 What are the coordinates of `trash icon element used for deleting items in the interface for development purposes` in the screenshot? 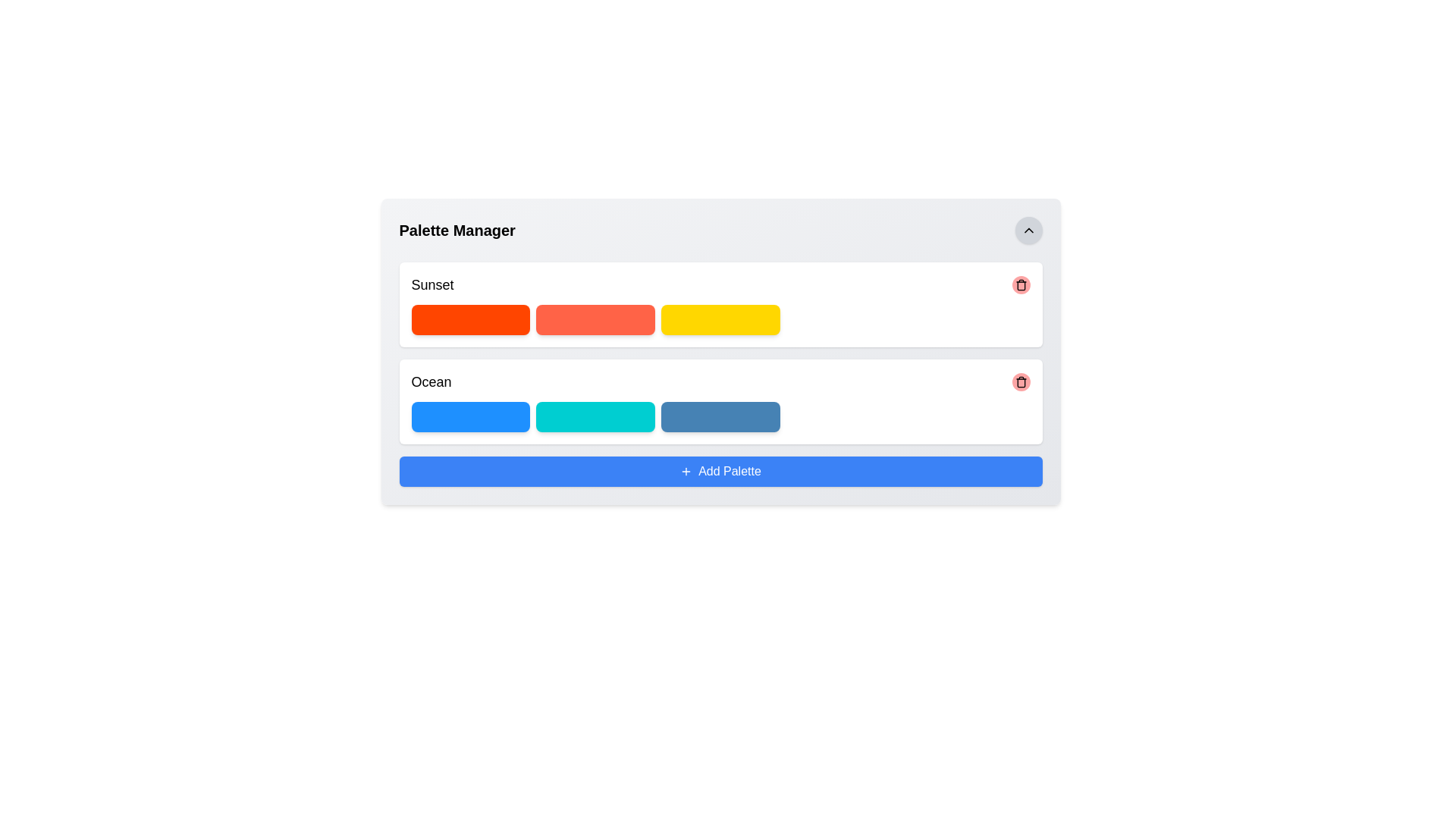 It's located at (1021, 286).